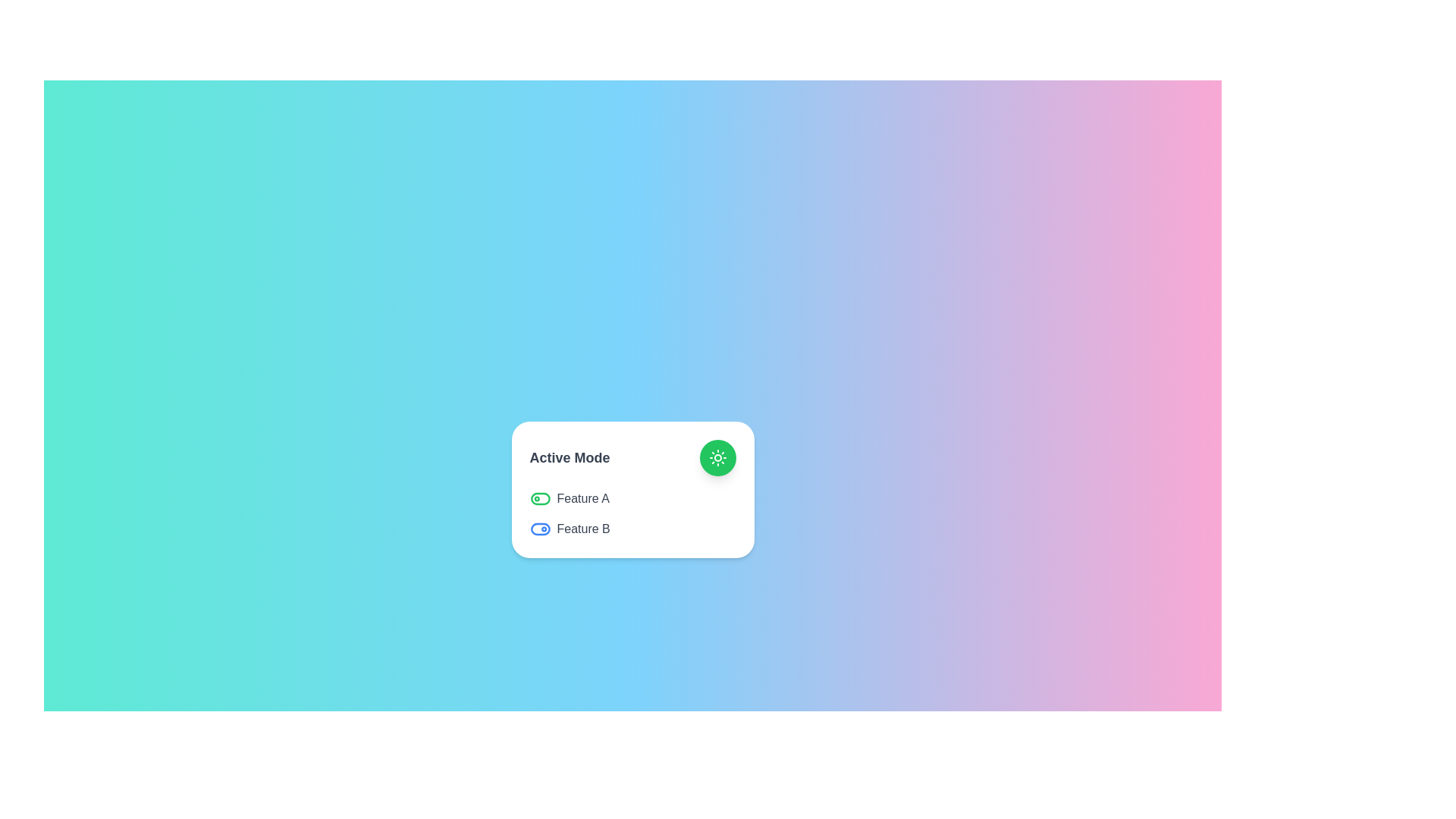  What do you see at coordinates (540, 529) in the screenshot?
I see `the toggle background element, which is the rectangular part of the toggle component that serves as its base` at bounding box center [540, 529].